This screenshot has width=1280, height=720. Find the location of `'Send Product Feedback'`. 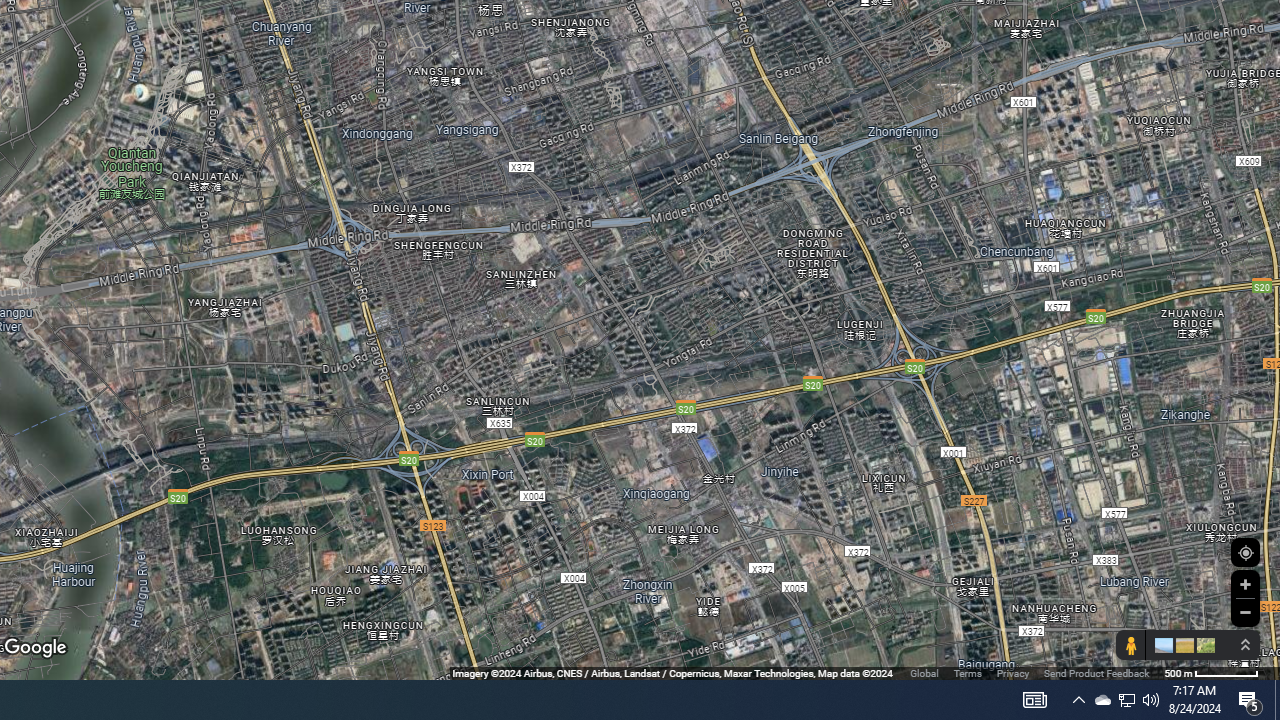

'Send Product Feedback' is located at coordinates (1095, 673).